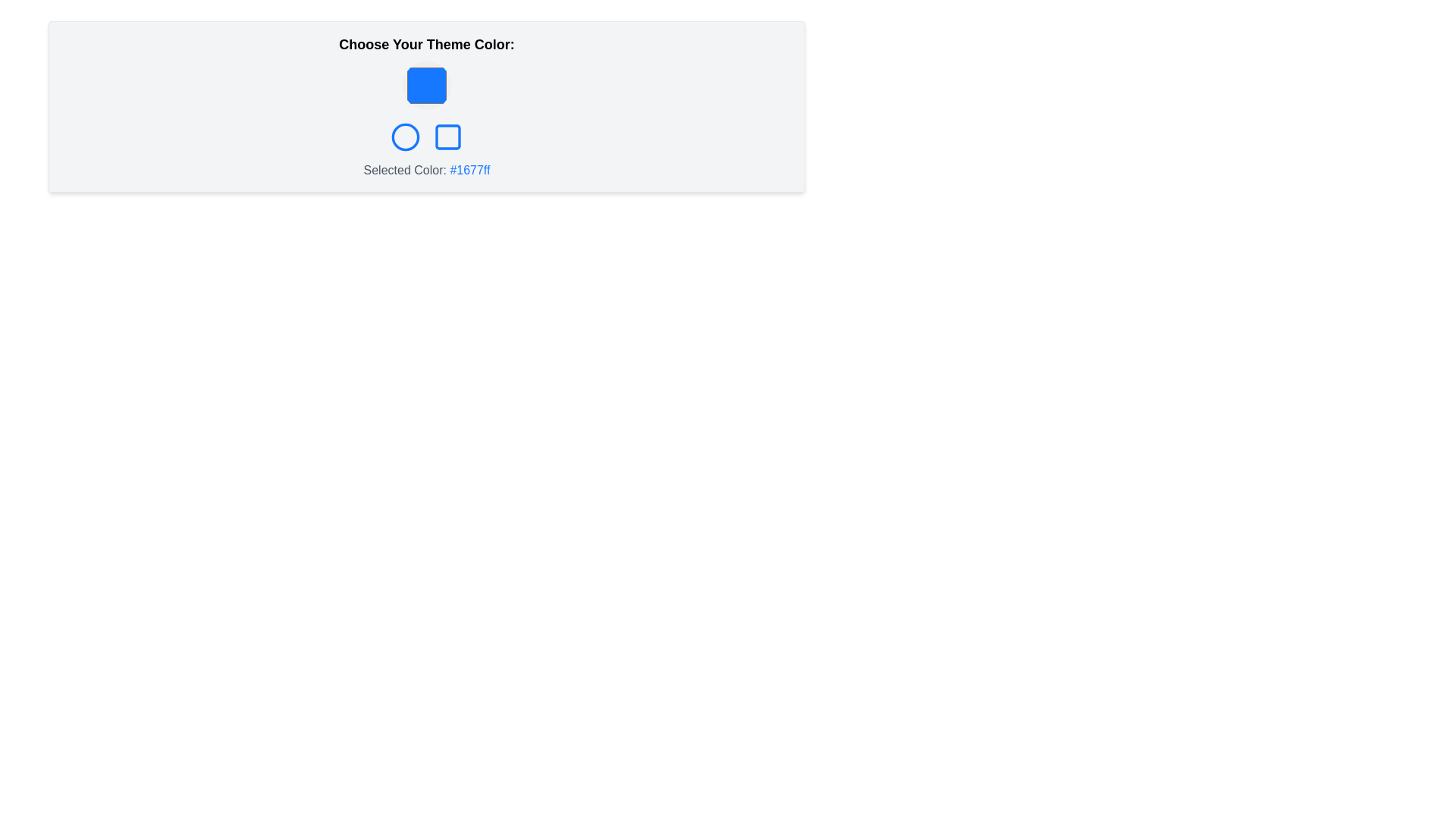  I want to click on small square with rounded corners that is filled with the current theme color, located inside the second icon of the color theme selection interface, so click(447, 137).